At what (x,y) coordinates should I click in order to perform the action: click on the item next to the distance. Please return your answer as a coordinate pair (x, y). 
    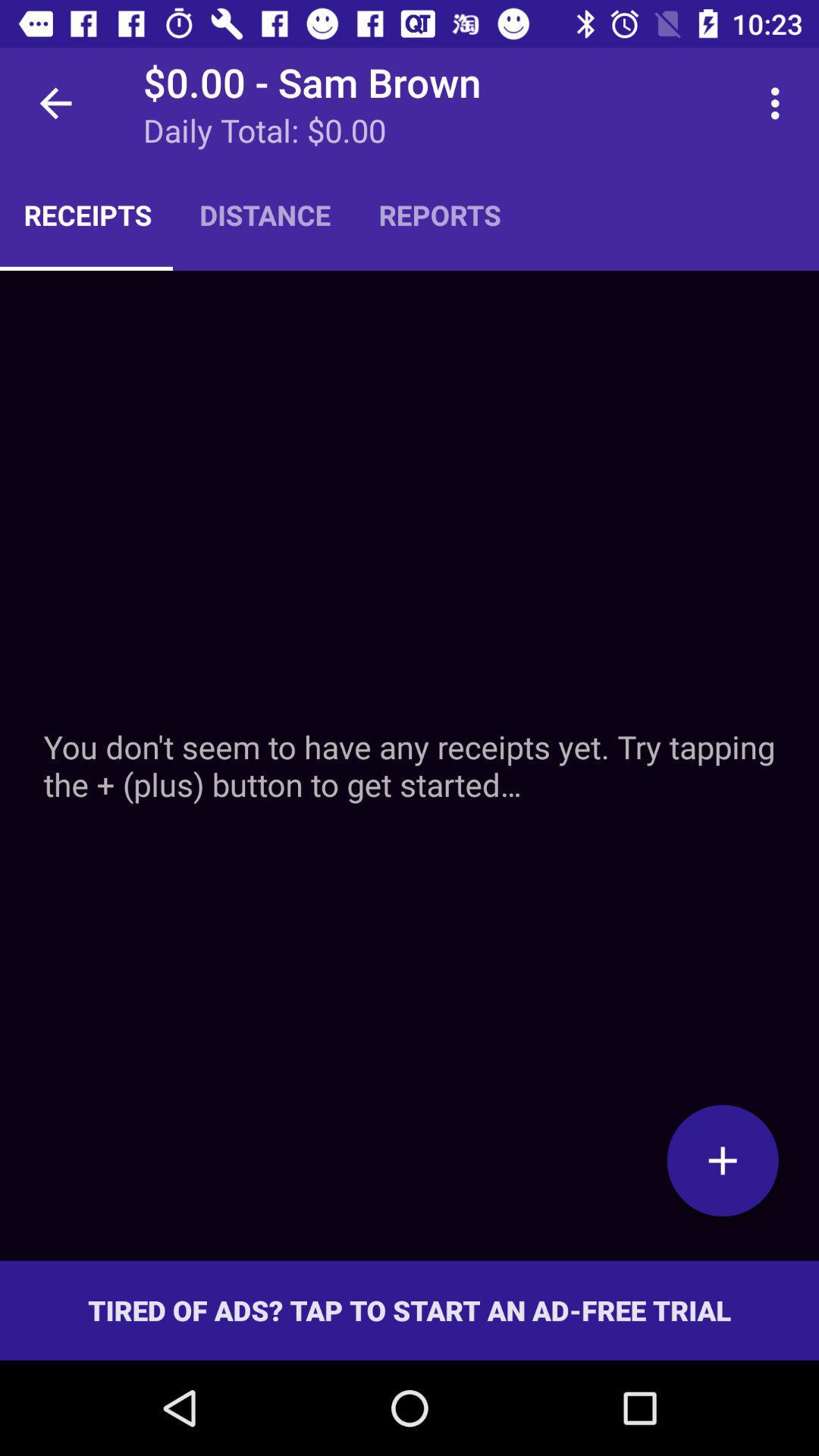
    Looking at the image, I should click on (440, 214).